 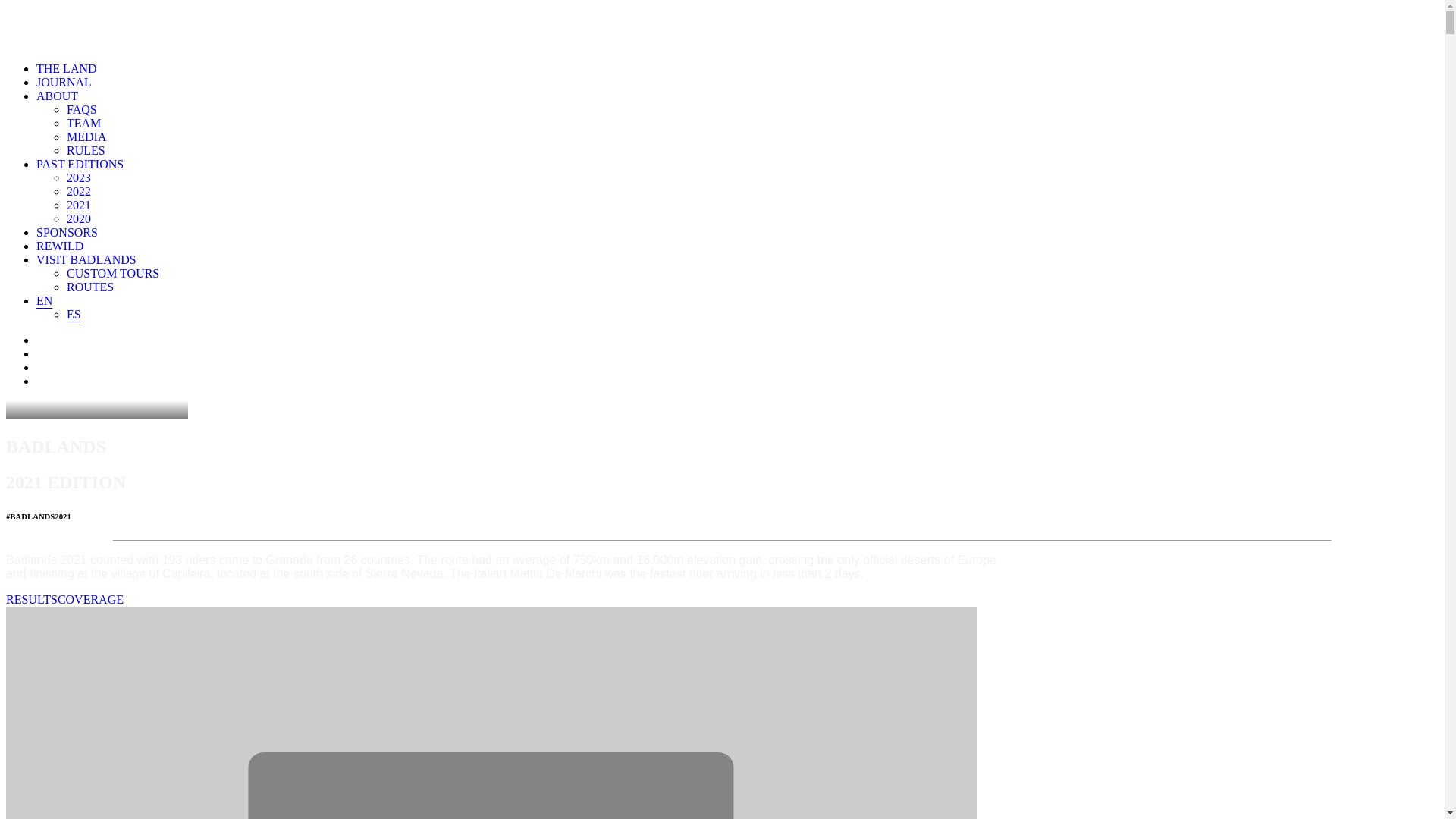 What do you see at coordinates (78, 177) in the screenshot?
I see `'2023'` at bounding box center [78, 177].